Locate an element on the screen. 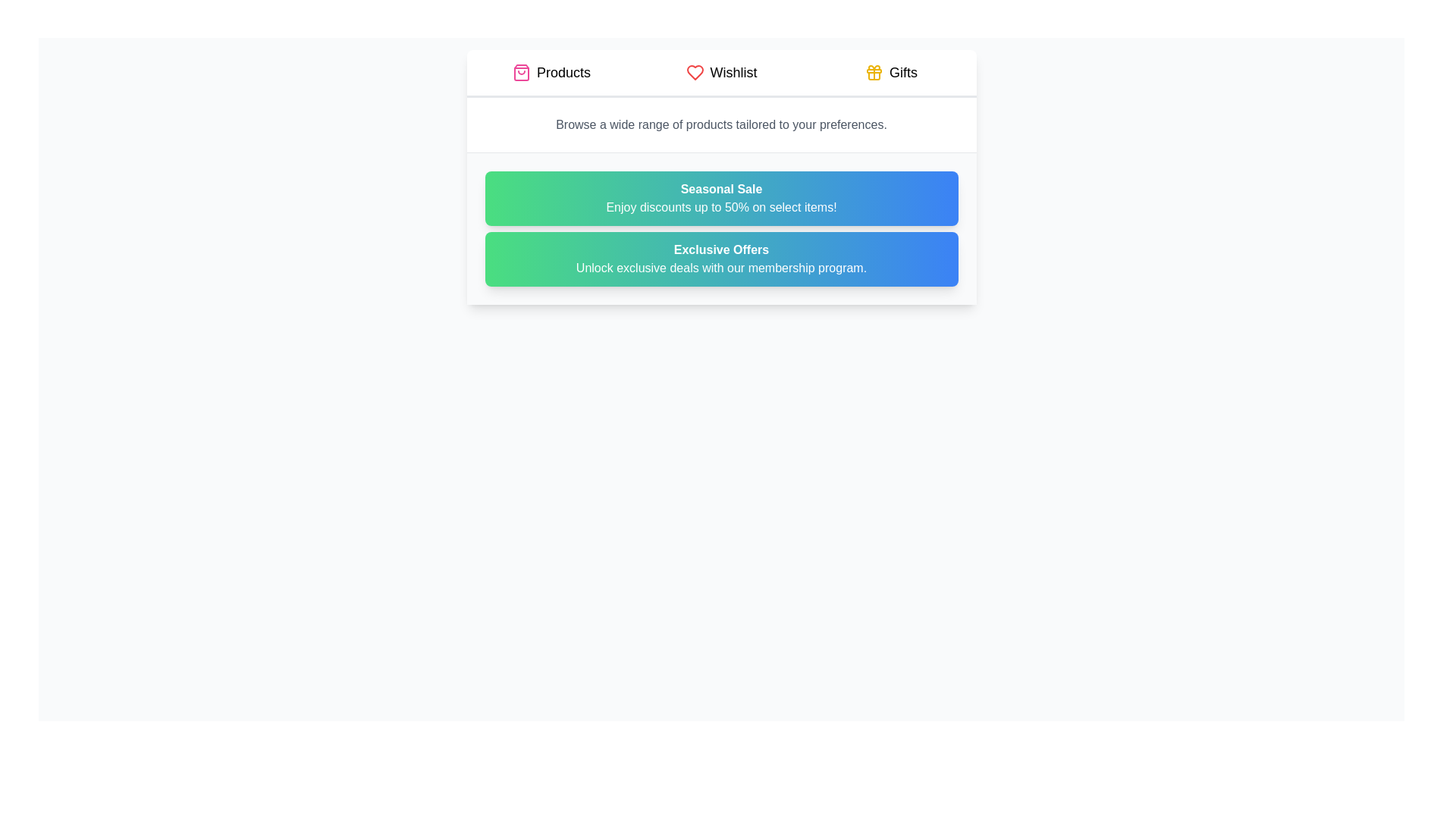  the Products tab is located at coordinates (551, 73).